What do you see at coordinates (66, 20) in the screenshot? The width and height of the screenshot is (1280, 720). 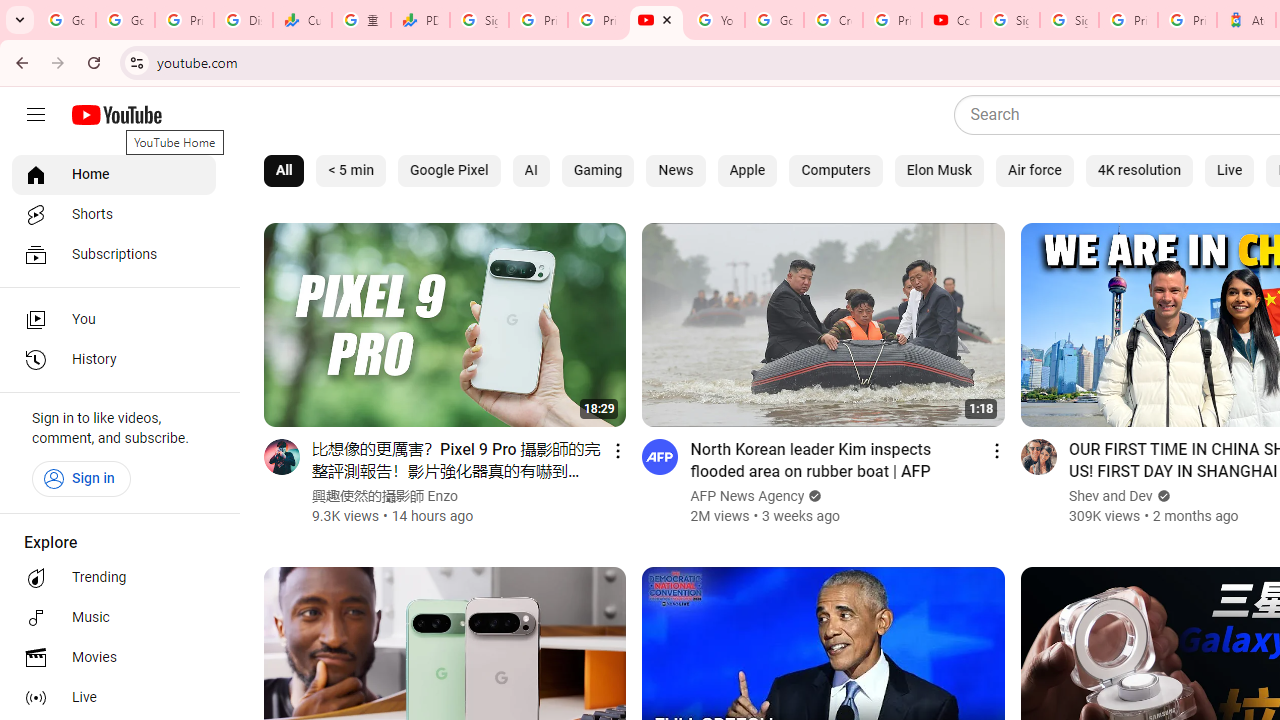 I see `'Google Workspace Admin Community'` at bounding box center [66, 20].